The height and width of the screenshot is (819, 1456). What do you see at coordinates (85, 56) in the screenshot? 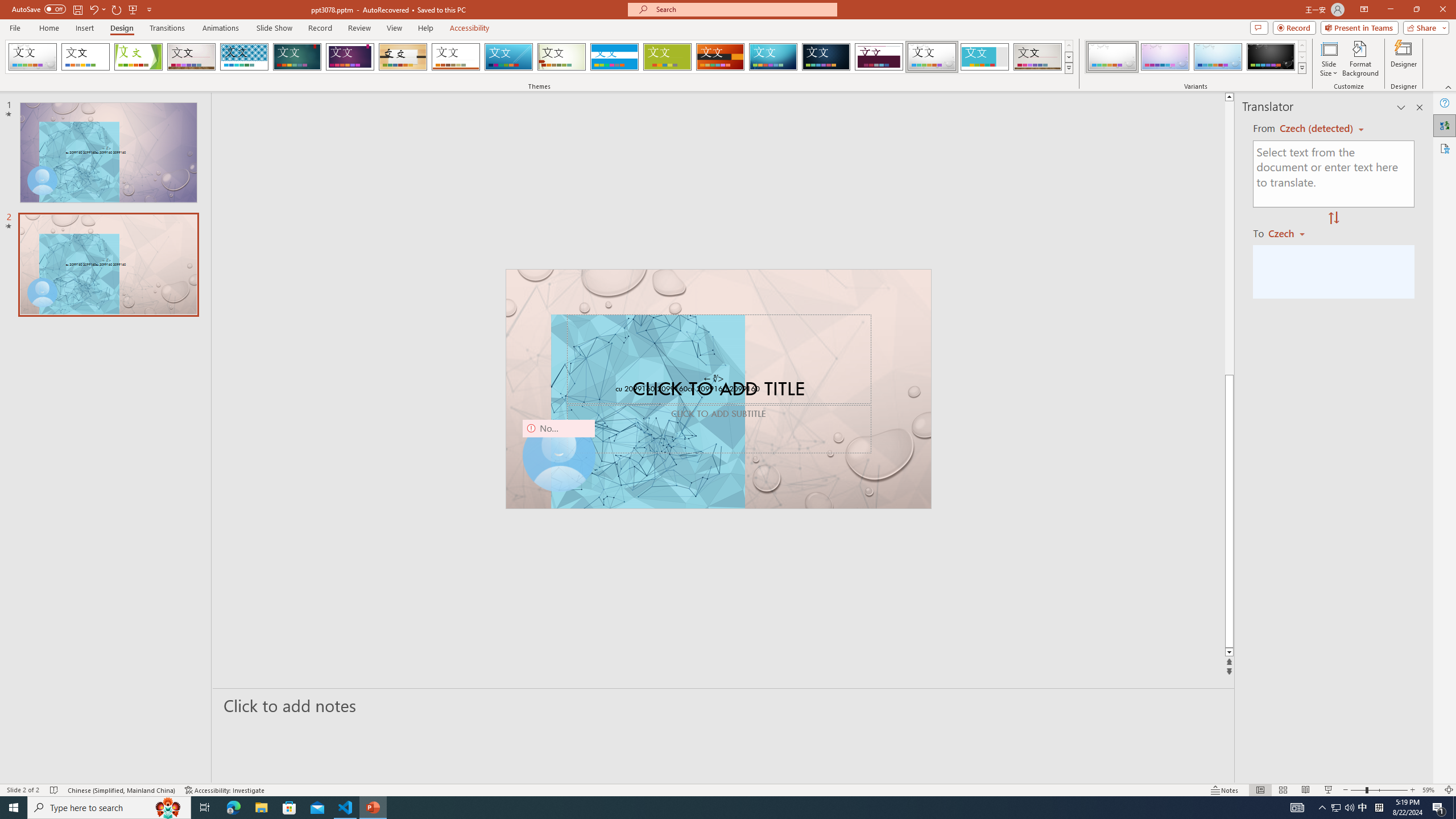
I see `'Office Theme'` at bounding box center [85, 56].